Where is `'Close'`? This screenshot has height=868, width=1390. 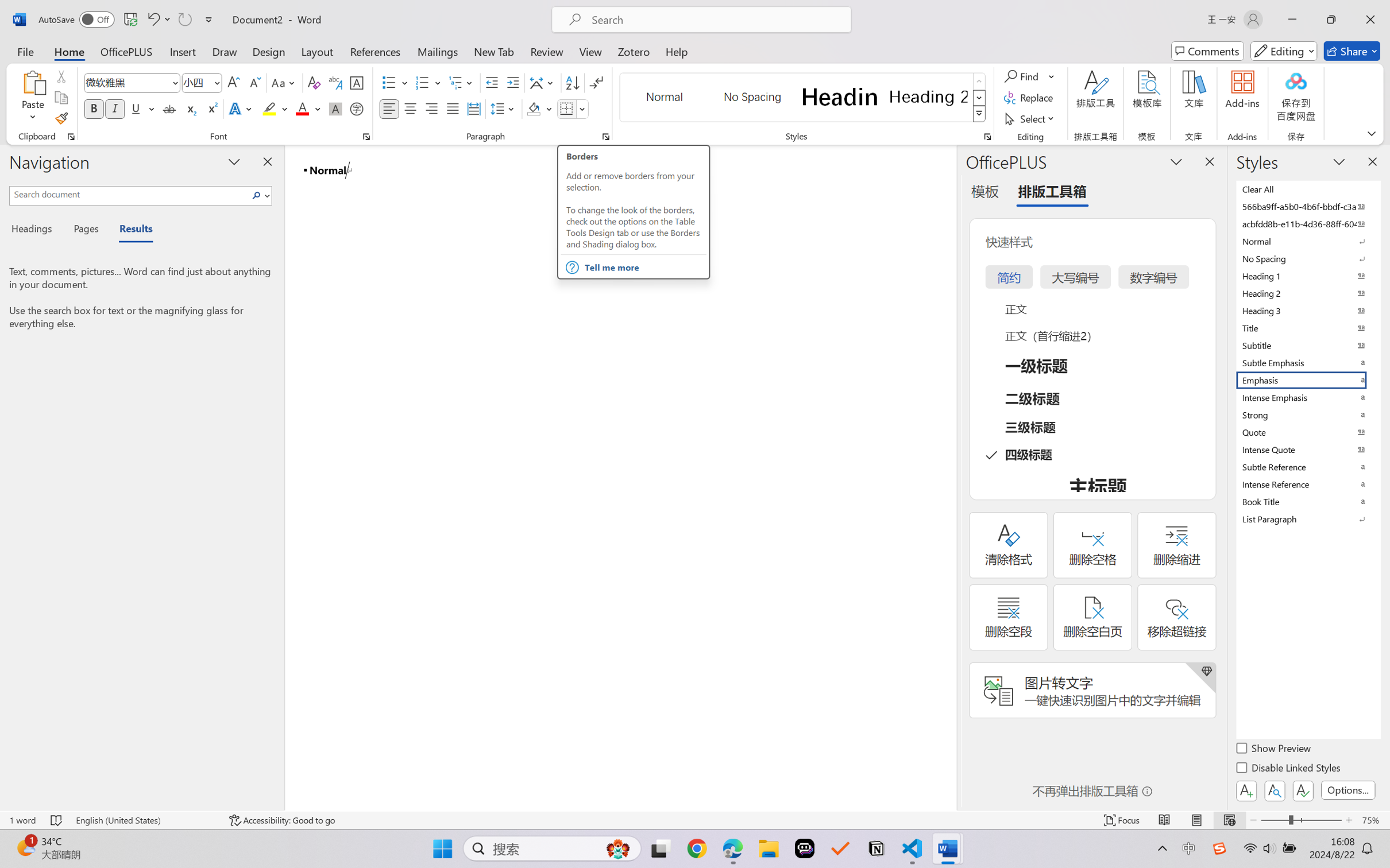 'Close' is located at coordinates (1370, 19).